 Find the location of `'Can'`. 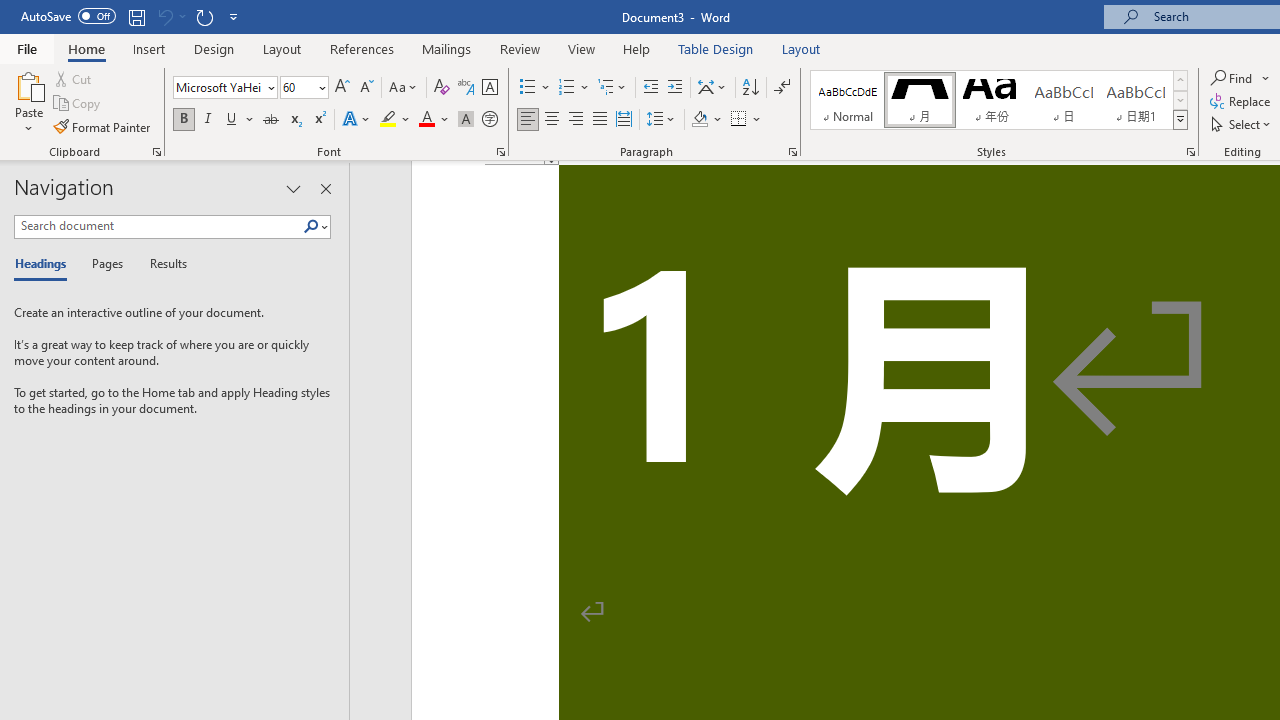

'Can' is located at coordinates (164, 16).